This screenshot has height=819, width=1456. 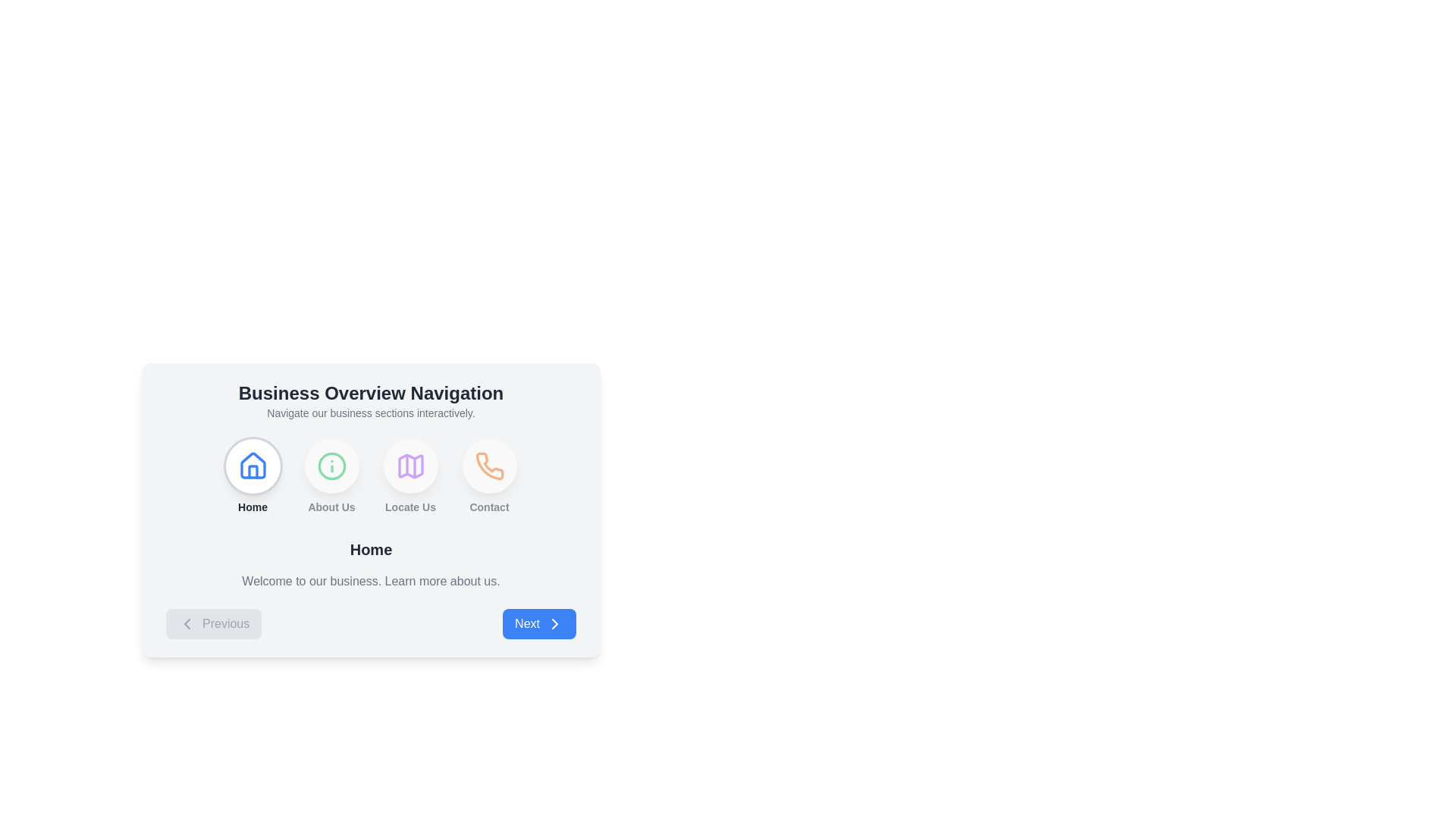 I want to click on the disabled 'Previous' button located at the bottom left of the navigation section, which is positioned to the left of the 'Next' button, so click(x=213, y=623).